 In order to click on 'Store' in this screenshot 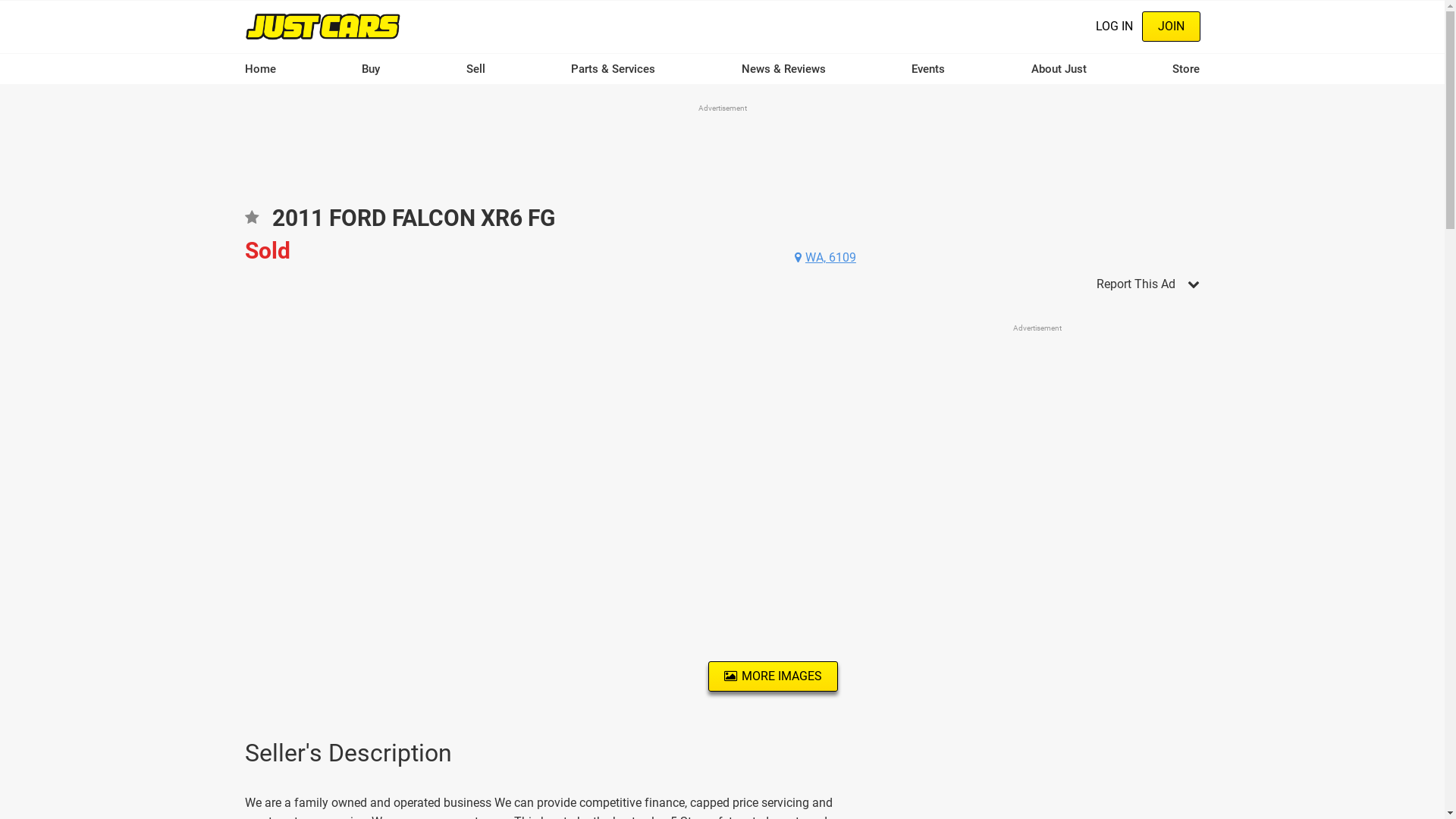, I will do `click(1185, 69)`.